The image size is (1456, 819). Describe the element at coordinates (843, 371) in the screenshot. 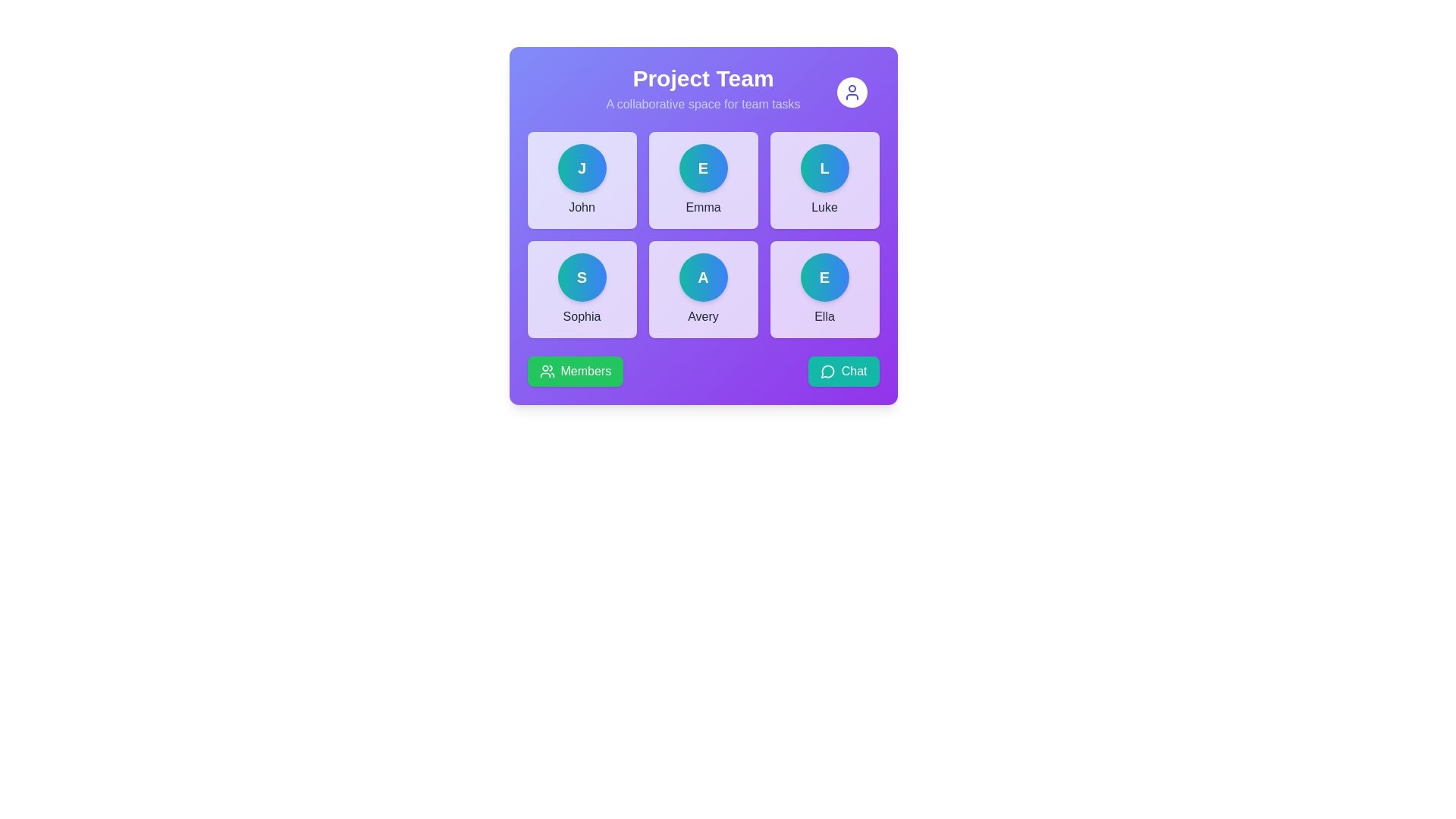

I see `the teal button with white text labeled 'Chat'` at that location.